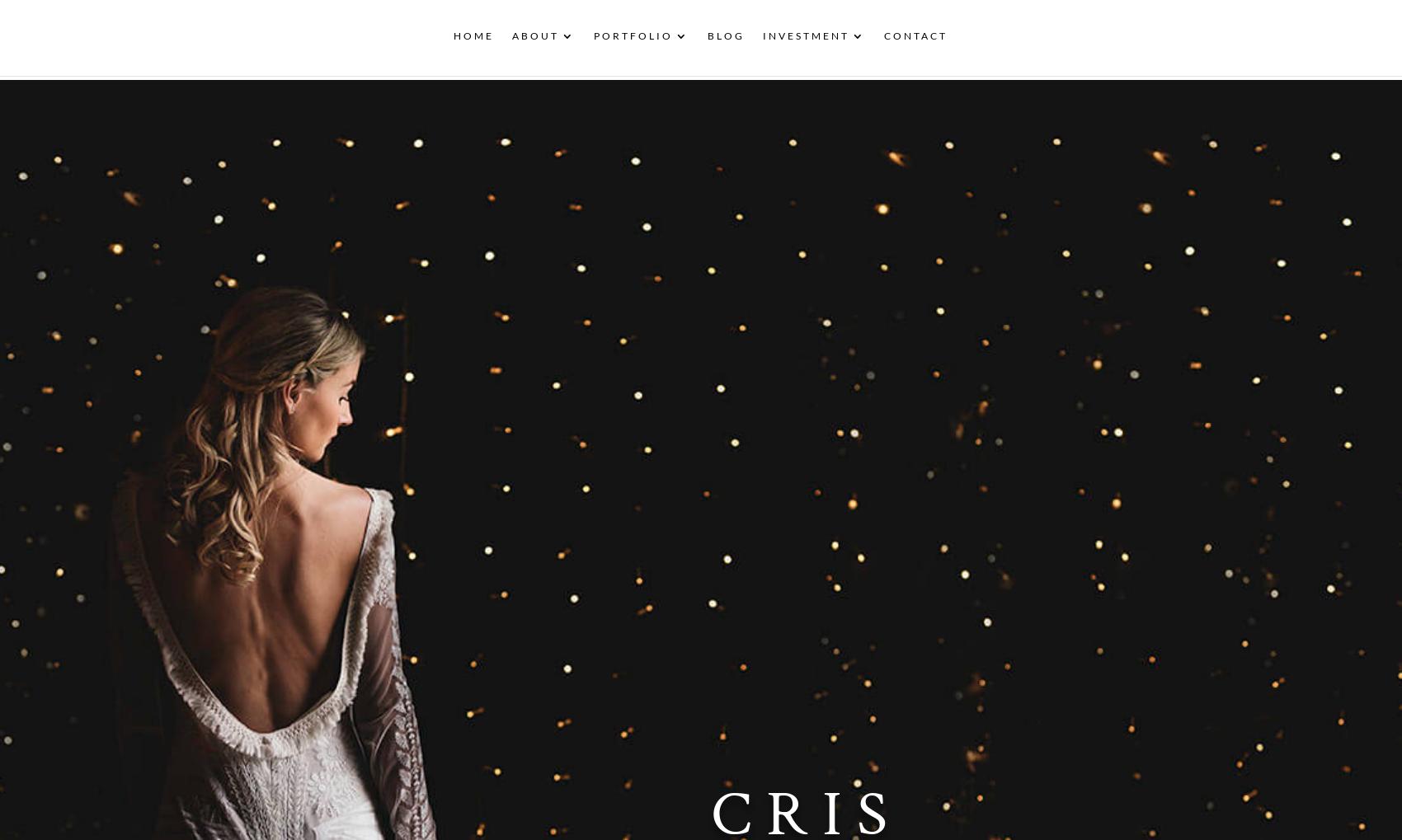 This screenshot has width=1402, height=840. Describe the element at coordinates (725, 40) in the screenshot. I see `'Blog'` at that location.